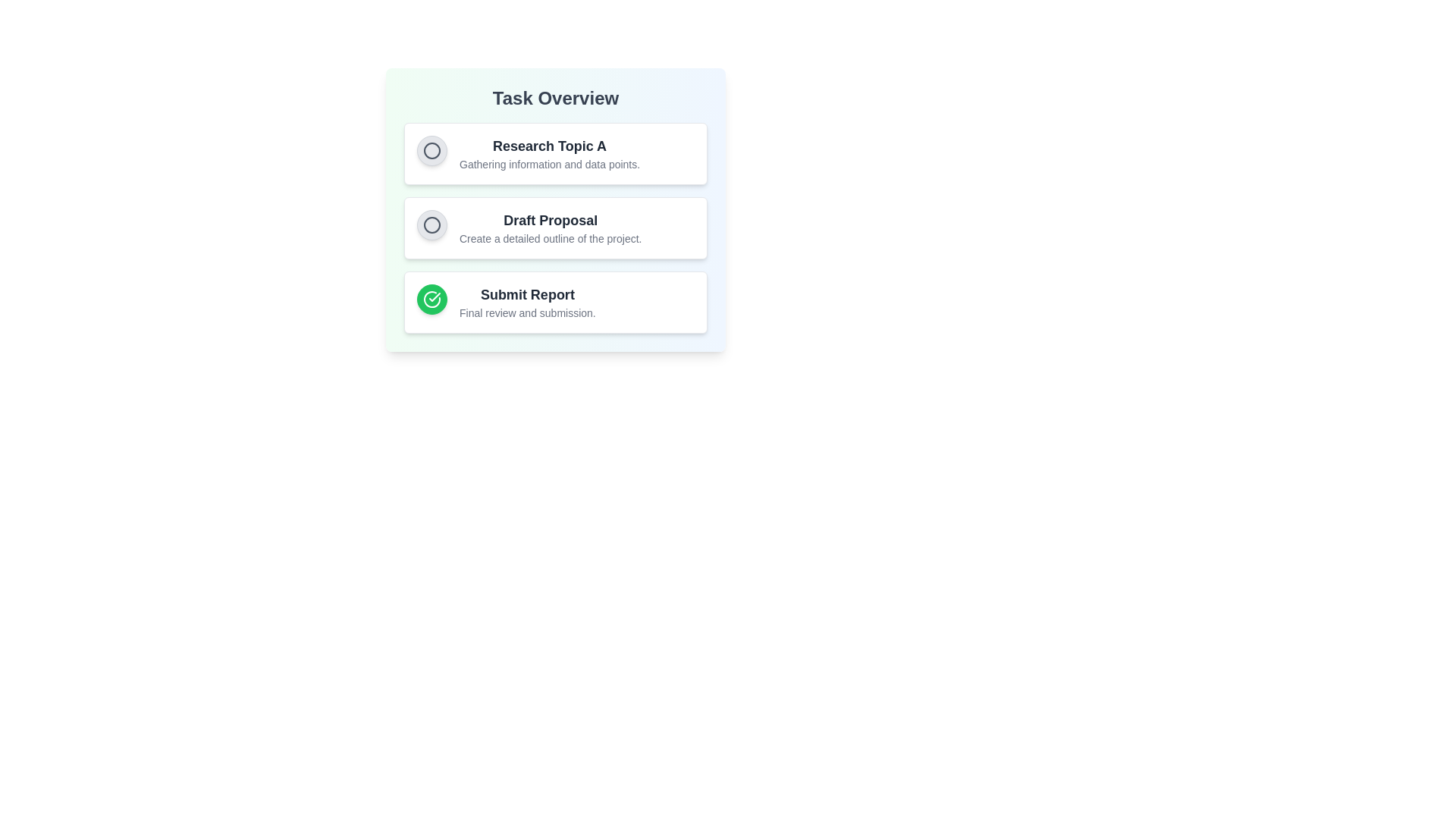  What do you see at coordinates (555, 227) in the screenshot?
I see `the 'Draft Proposal' task item card in the checklist` at bounding box center [555, 227].